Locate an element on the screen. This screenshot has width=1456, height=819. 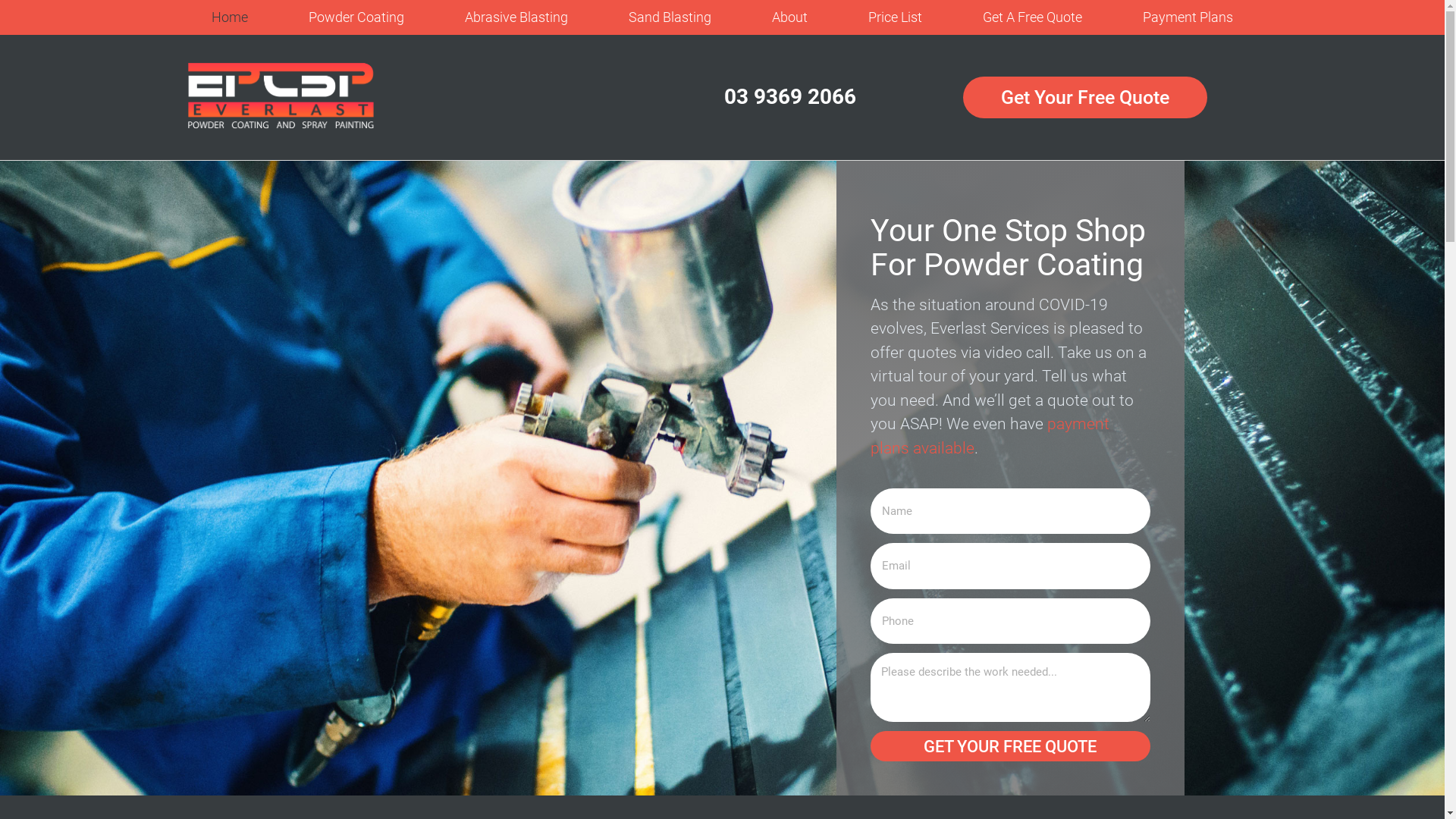
'03 9369 2066' is located at coordinates (789, 96).